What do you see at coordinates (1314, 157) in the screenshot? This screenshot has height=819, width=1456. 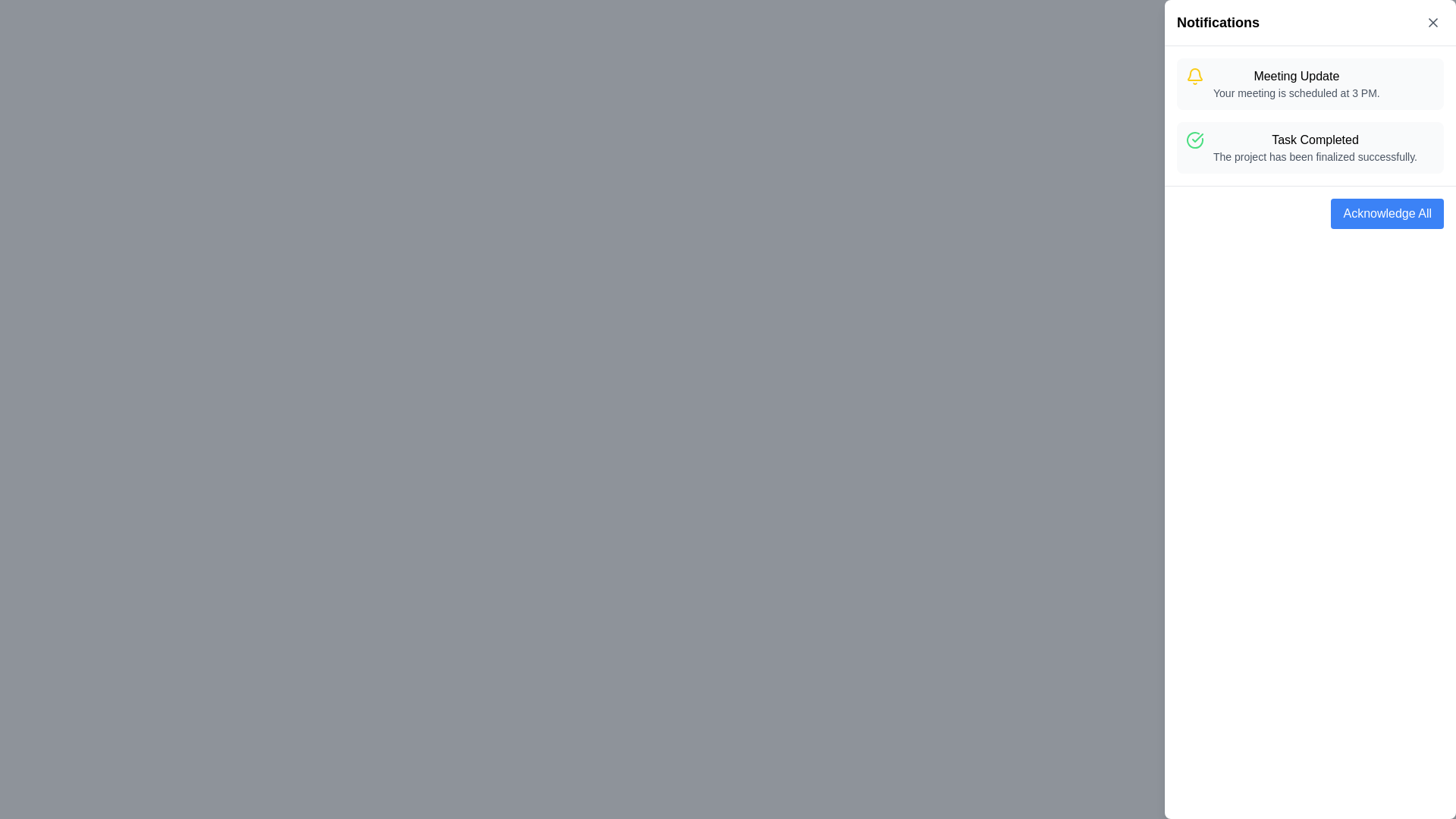 I see `the text label displaying the message 'The project has been finalized successfully' located below the 'Task Completed' title in the notifications panel` at bounding box center [1314, 157].